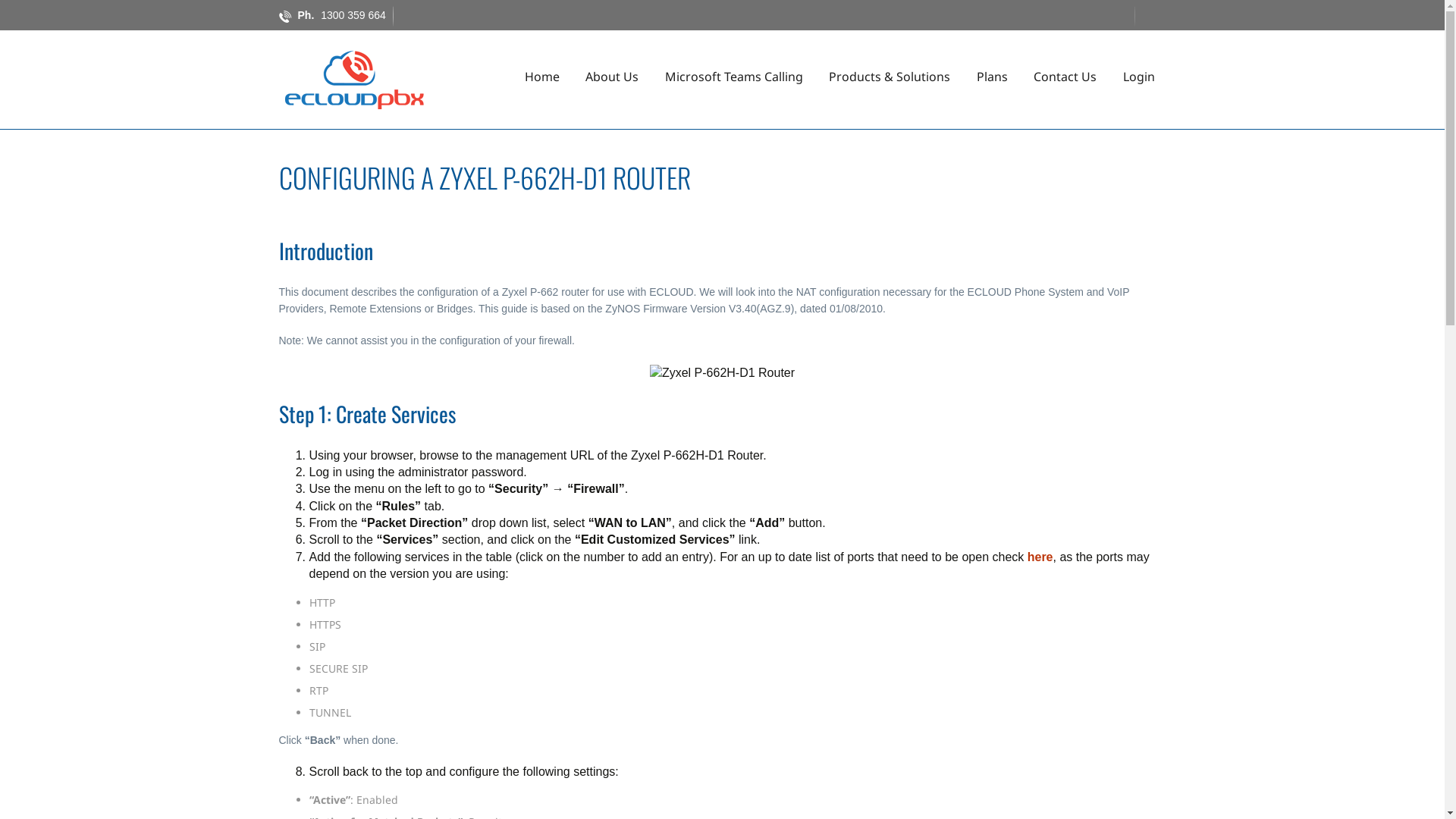 The image size is (1456, 819). Describe the element at coordinates (889, 76) in the screenshot. I see `'Products & Solutions'` at that location.